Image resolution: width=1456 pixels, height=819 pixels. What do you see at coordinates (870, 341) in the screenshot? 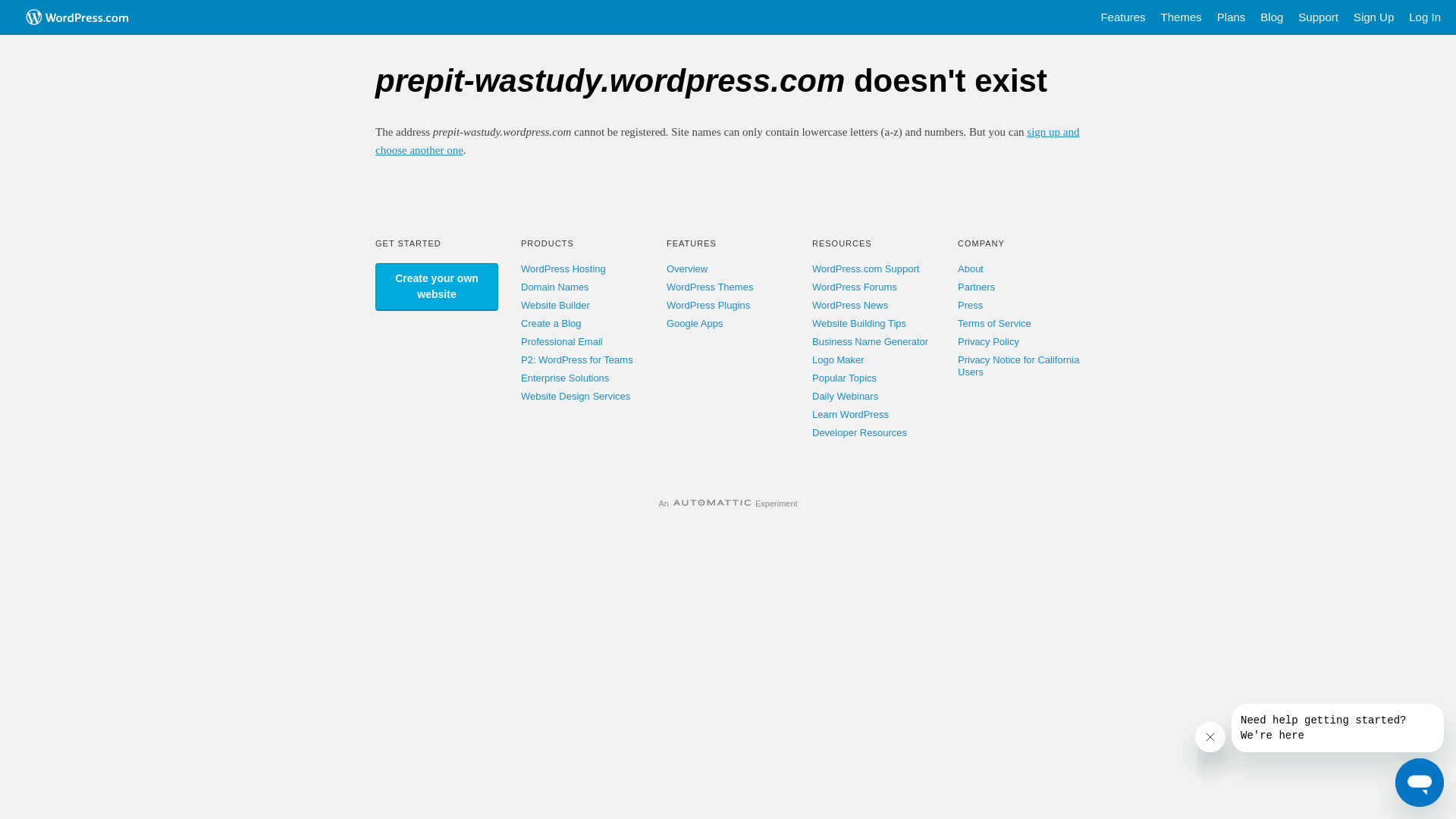
I see `'Business Name Generator'` at bounding box center [870, 341].